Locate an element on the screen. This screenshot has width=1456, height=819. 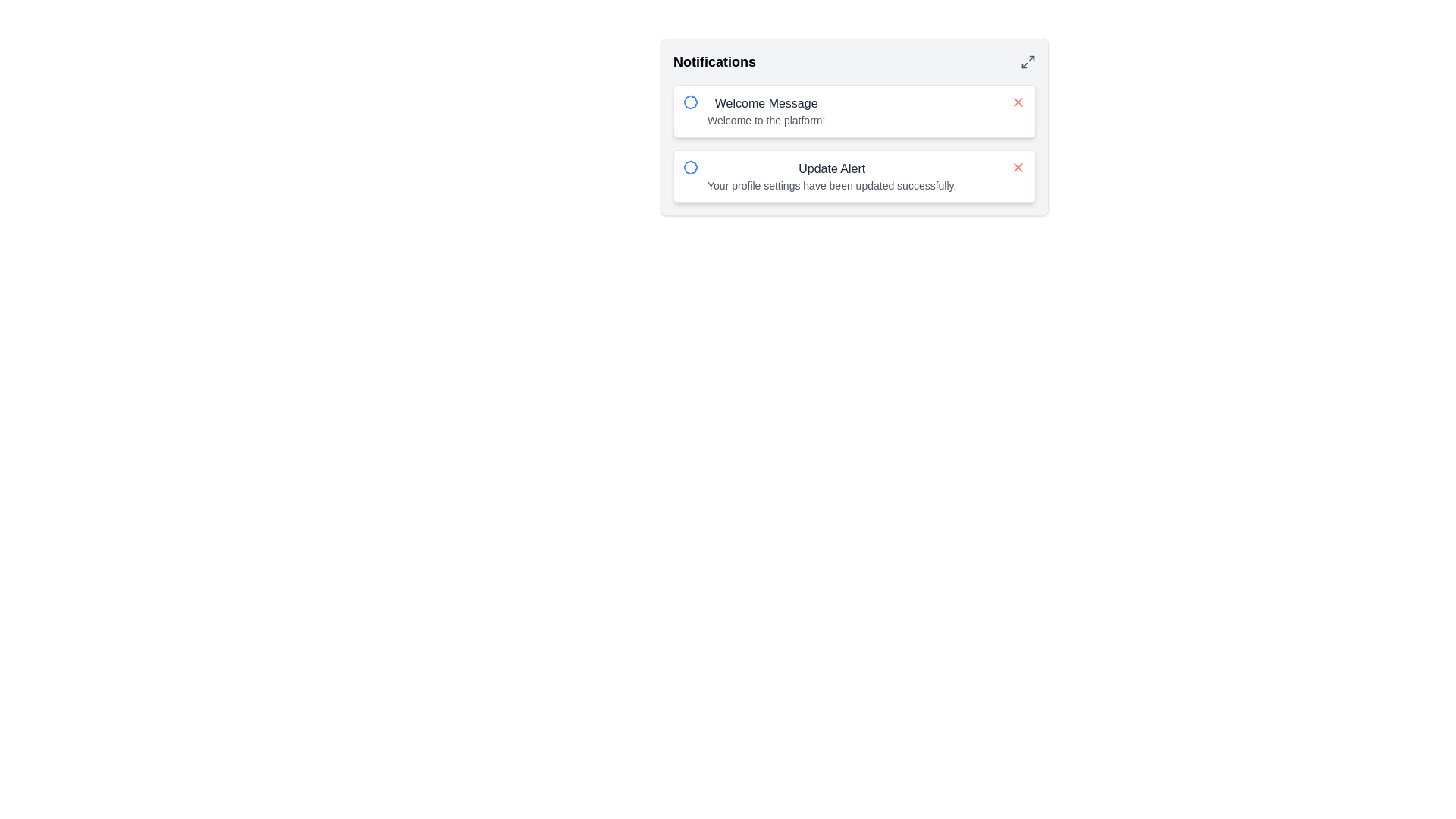
the small red 'X' Close Icon located on the right-hand side of the 'Welcome Message' notification box is located at coordinates (1018, 102).